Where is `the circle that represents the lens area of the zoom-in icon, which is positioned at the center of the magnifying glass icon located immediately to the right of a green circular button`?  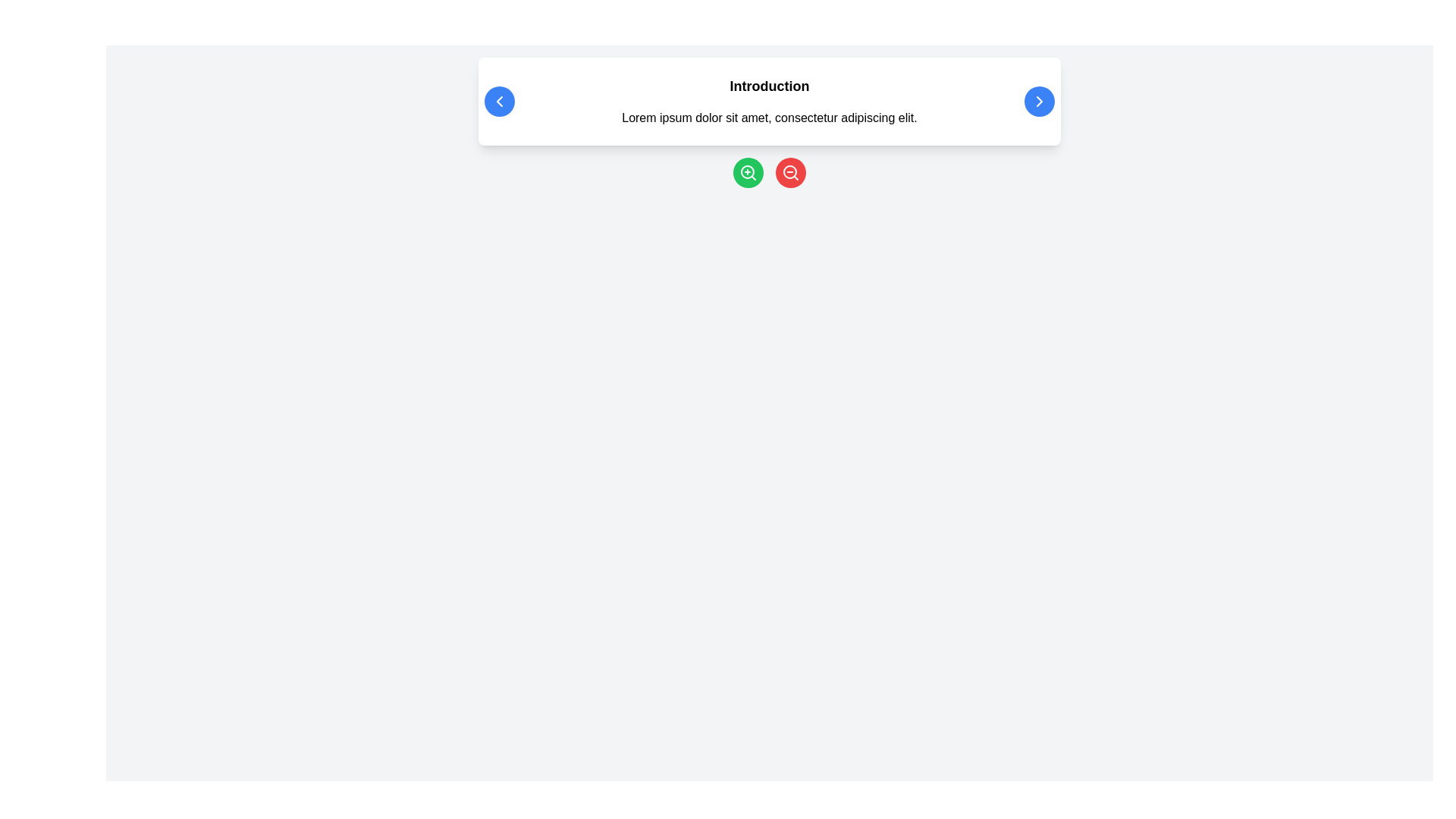 the circle that represents the lens area of the zoom-in icon, which is positioned at the center of the magnifying glass icon located immediately to the right of a green circular button is located at coordinates (747, 171).